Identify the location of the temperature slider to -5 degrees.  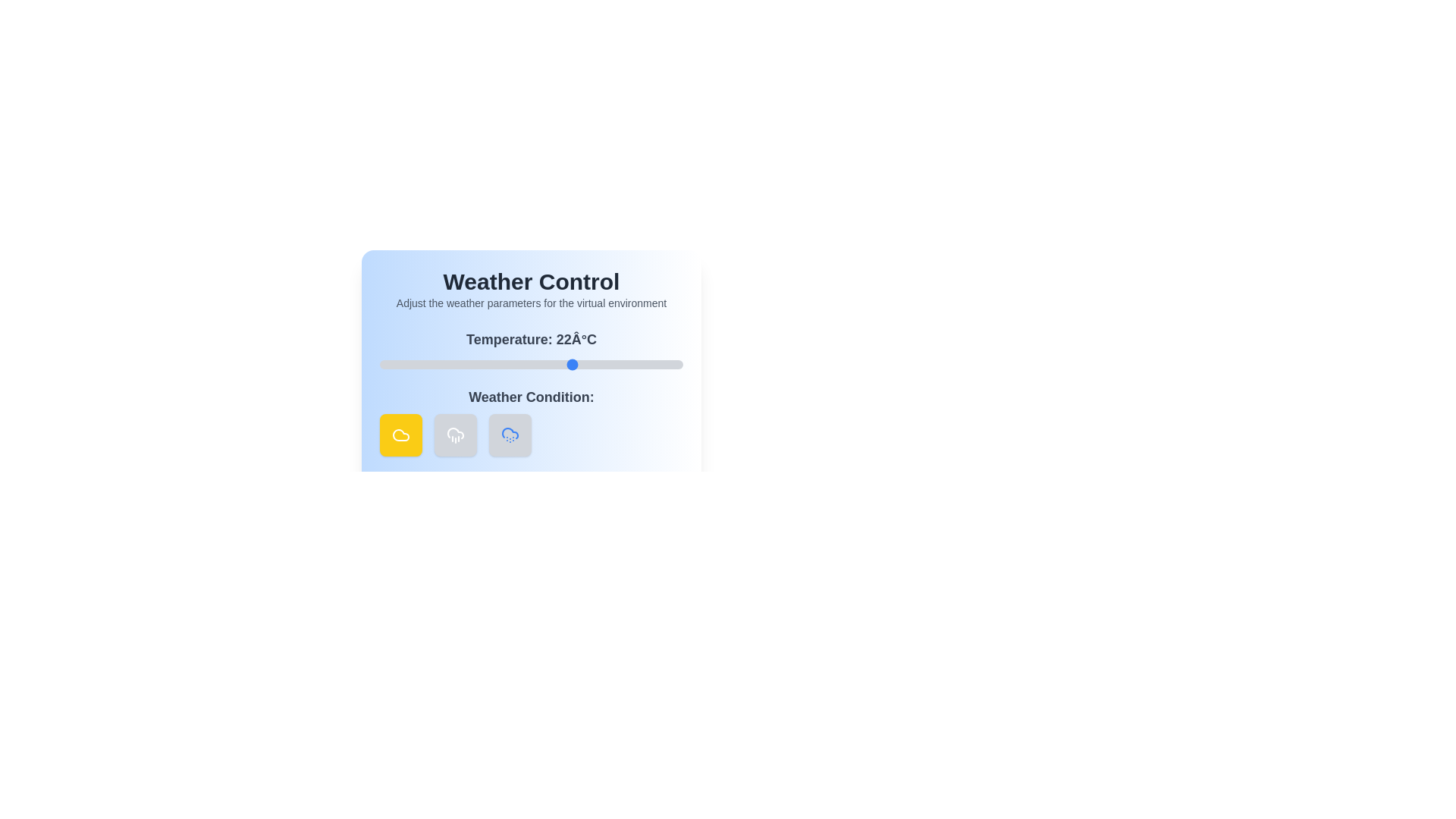
(410, 365).